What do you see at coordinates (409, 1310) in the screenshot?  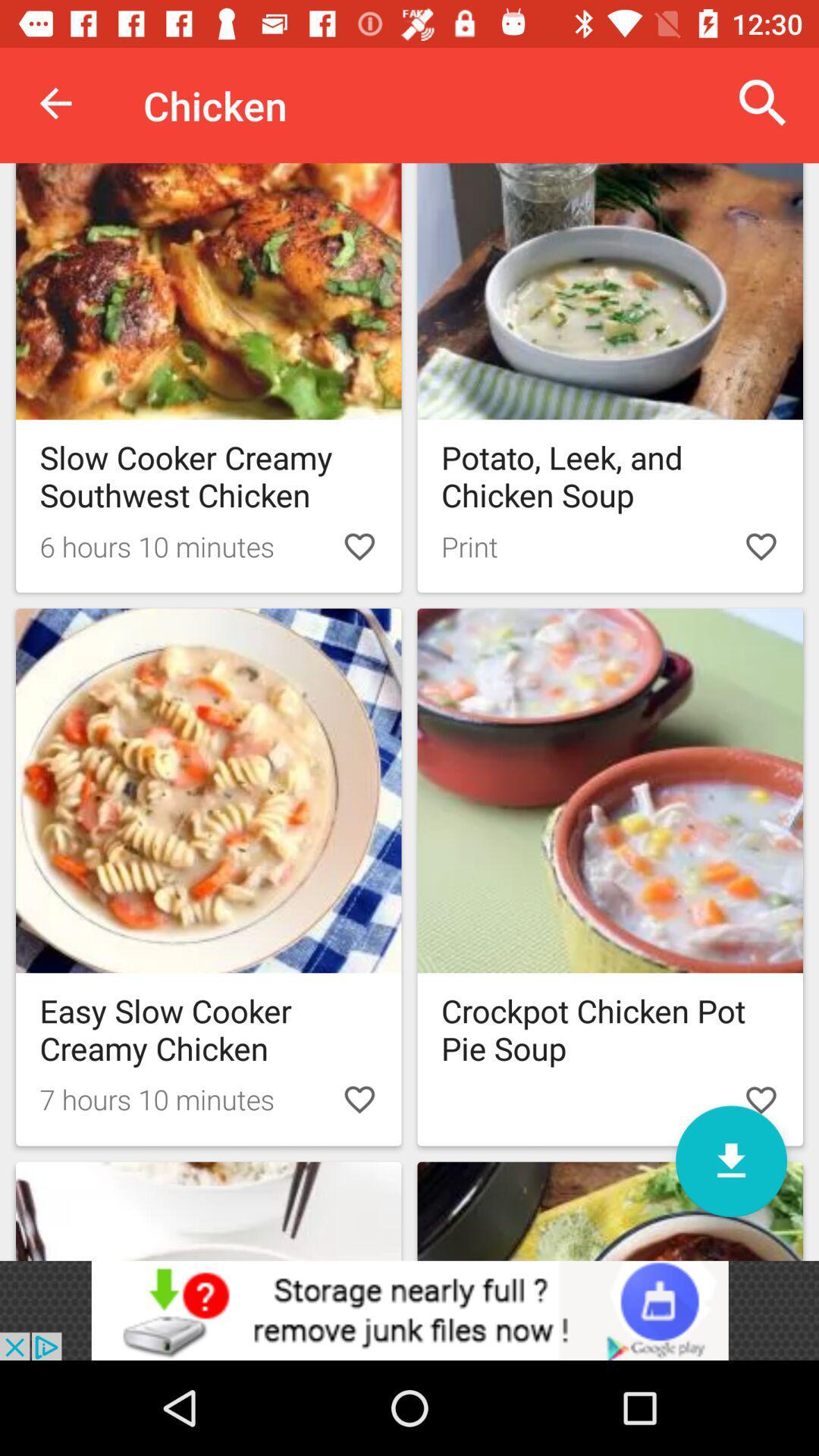 I see `advertisement` at bounding box center [409, 1310].